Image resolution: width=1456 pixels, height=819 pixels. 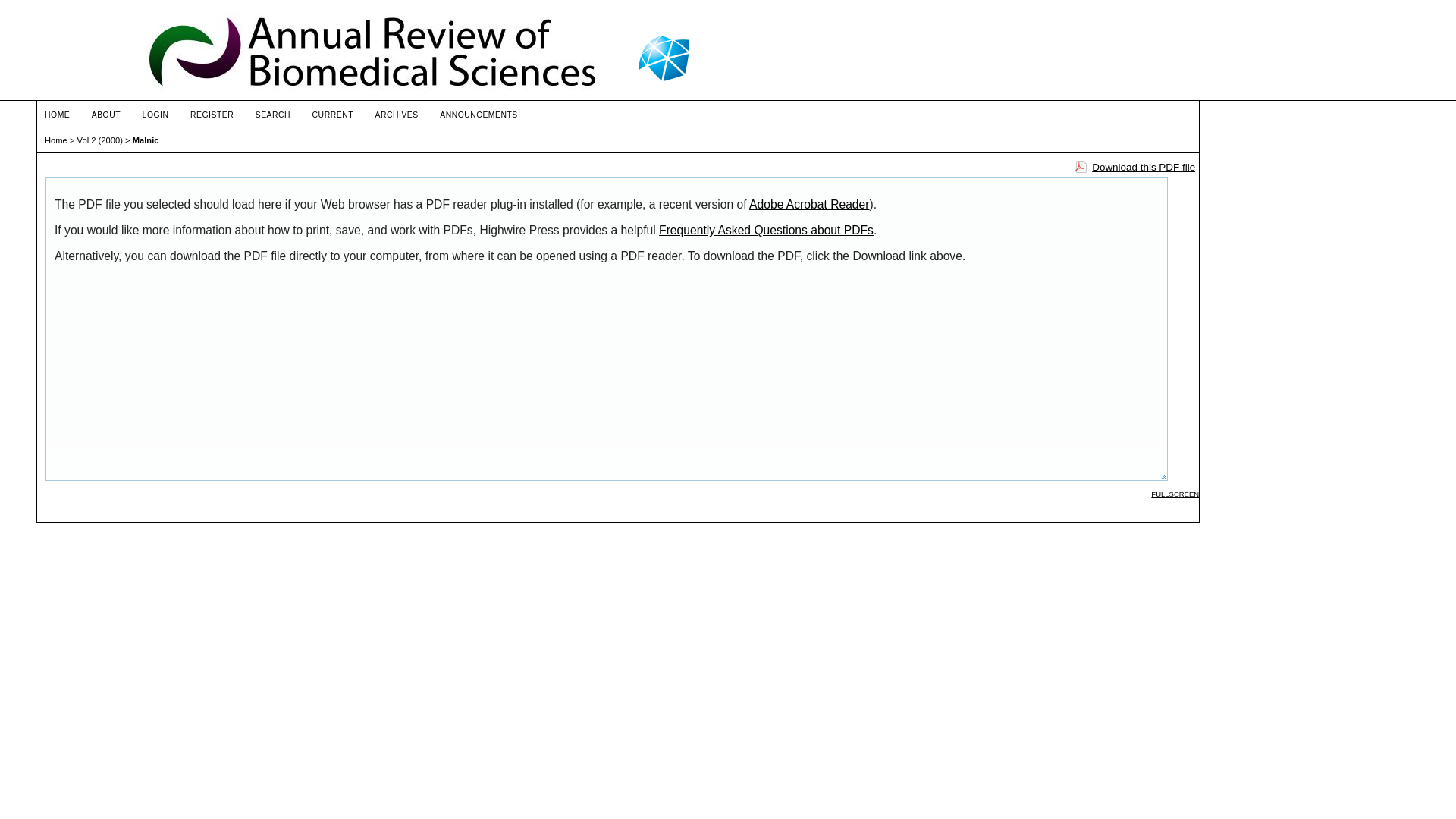 I want to click on 'LOGIN', so click(x=142, y=114).